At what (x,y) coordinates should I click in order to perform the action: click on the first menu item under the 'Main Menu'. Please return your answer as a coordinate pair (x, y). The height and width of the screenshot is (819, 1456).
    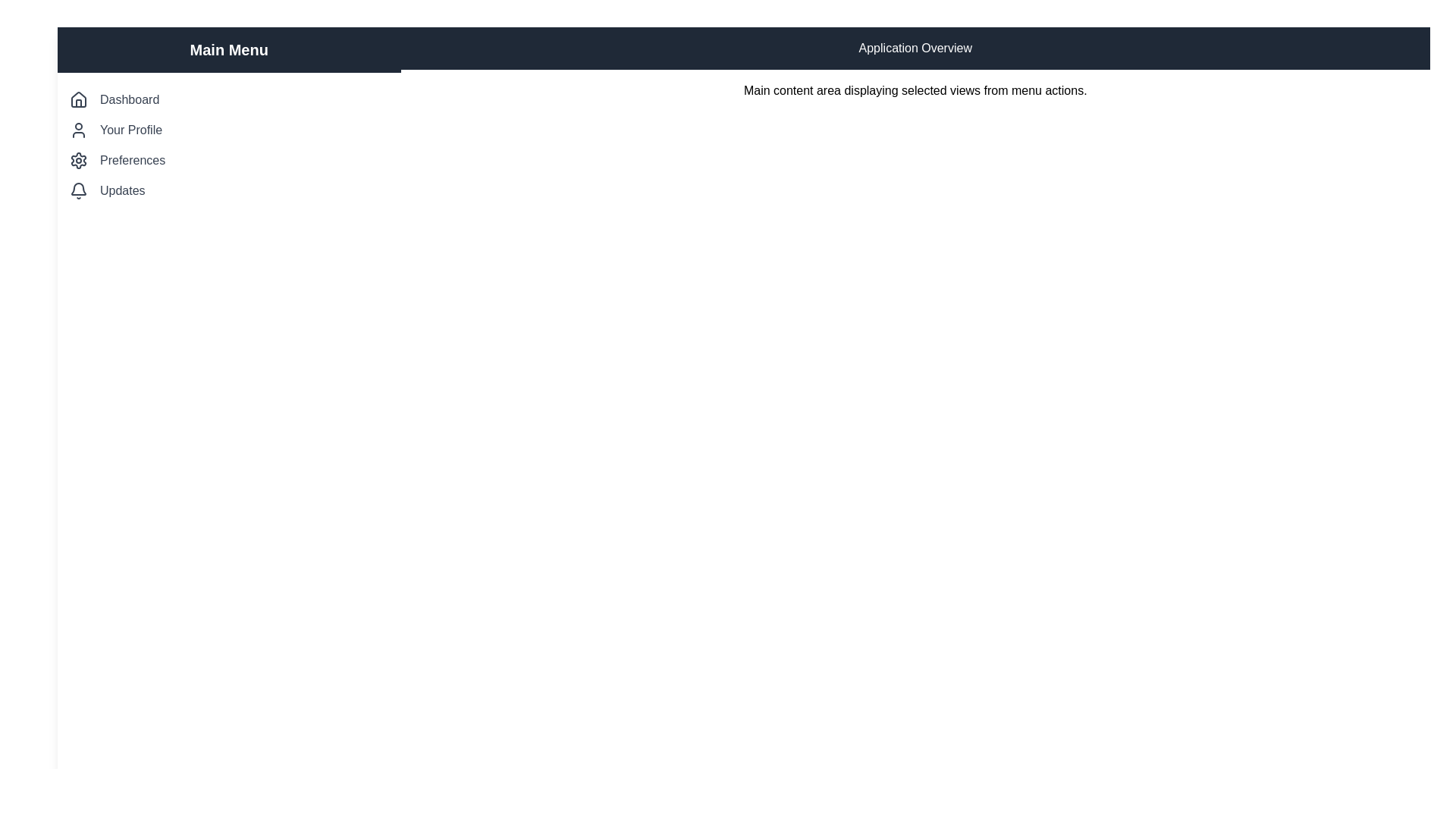
    Looking at the image, I should click on (228, 99).